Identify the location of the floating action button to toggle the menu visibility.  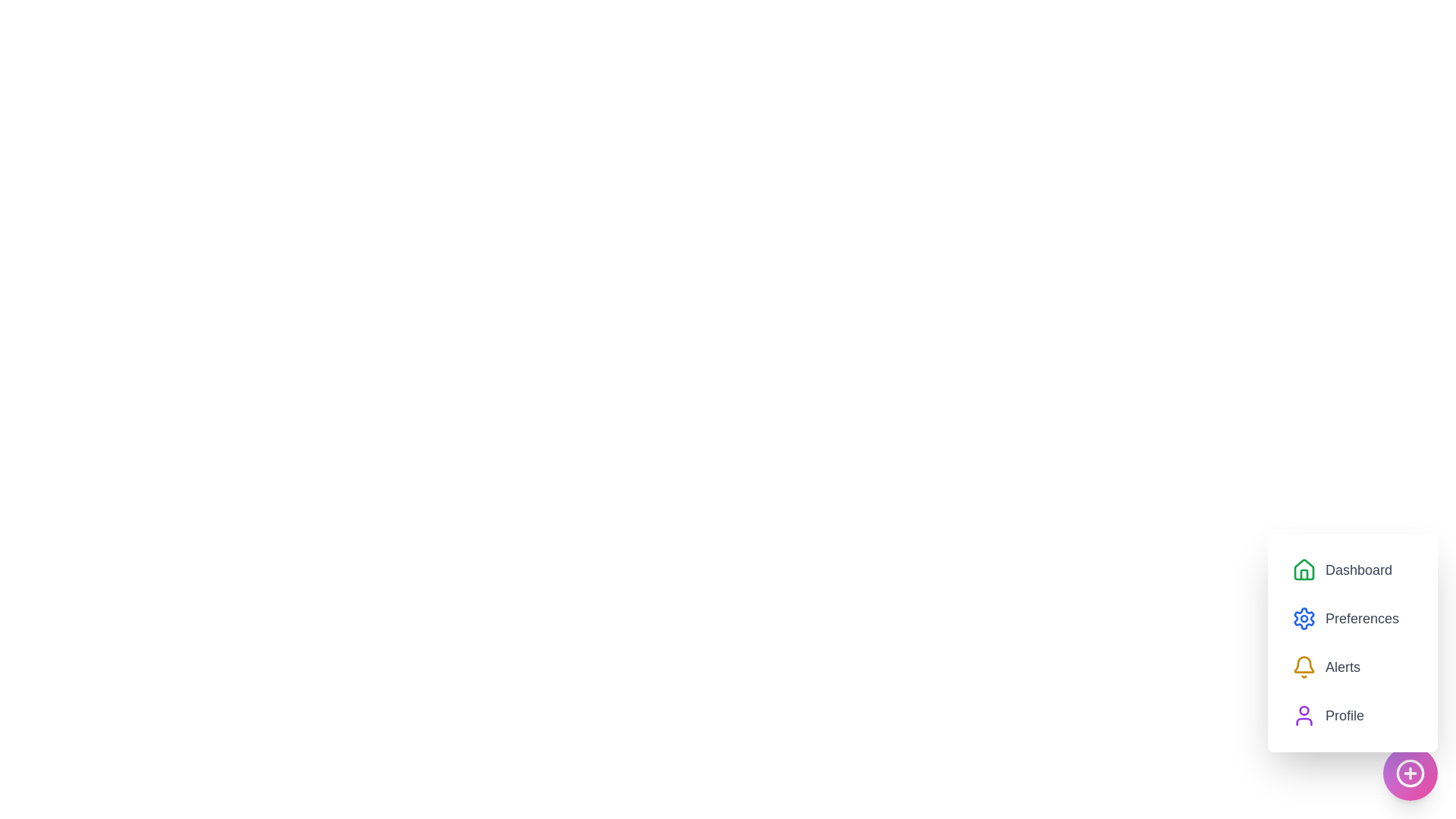
(1410, 773).